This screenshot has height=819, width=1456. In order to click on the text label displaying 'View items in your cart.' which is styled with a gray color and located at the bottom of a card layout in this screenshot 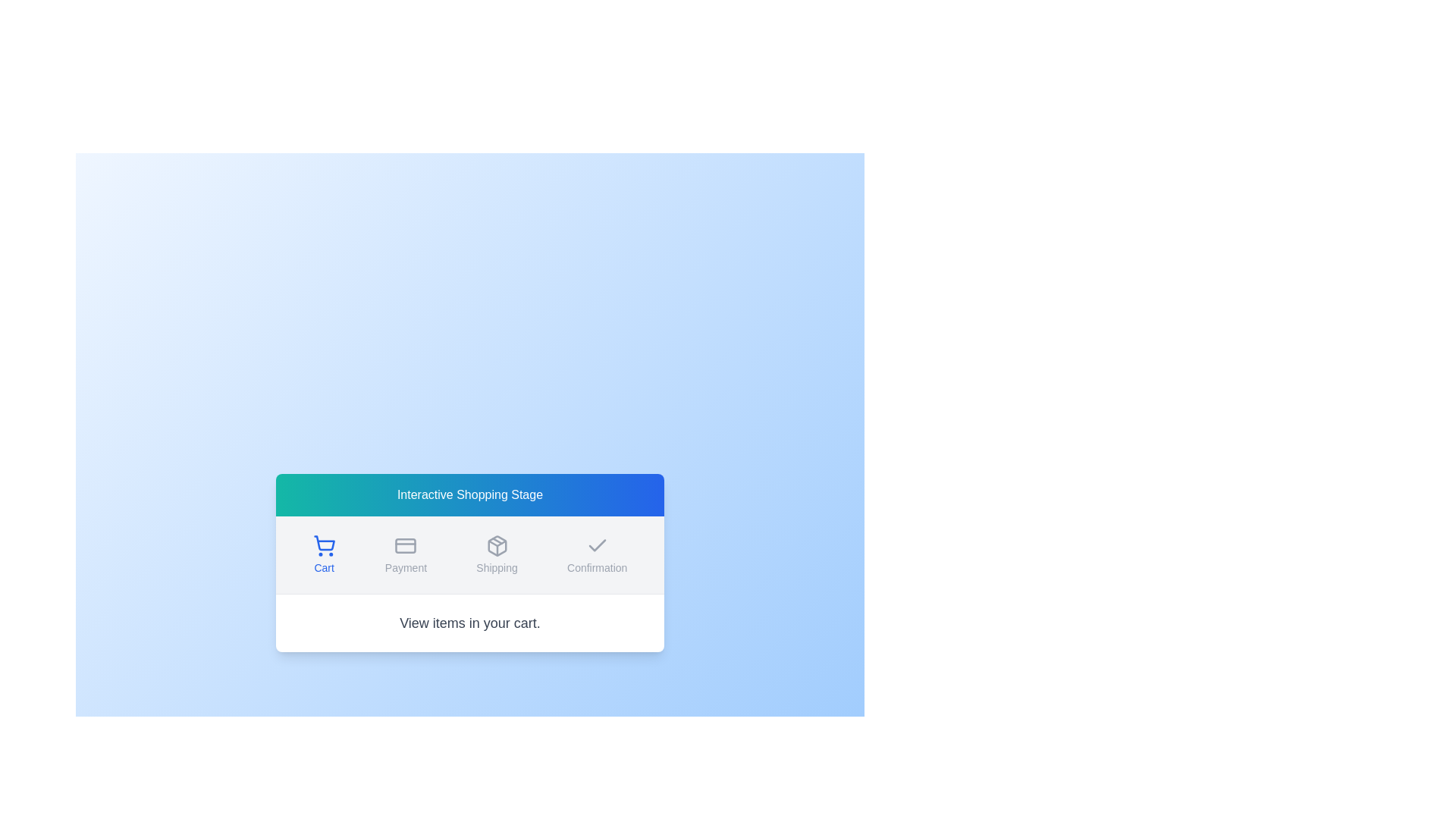, I will do `click(469, 623)`.